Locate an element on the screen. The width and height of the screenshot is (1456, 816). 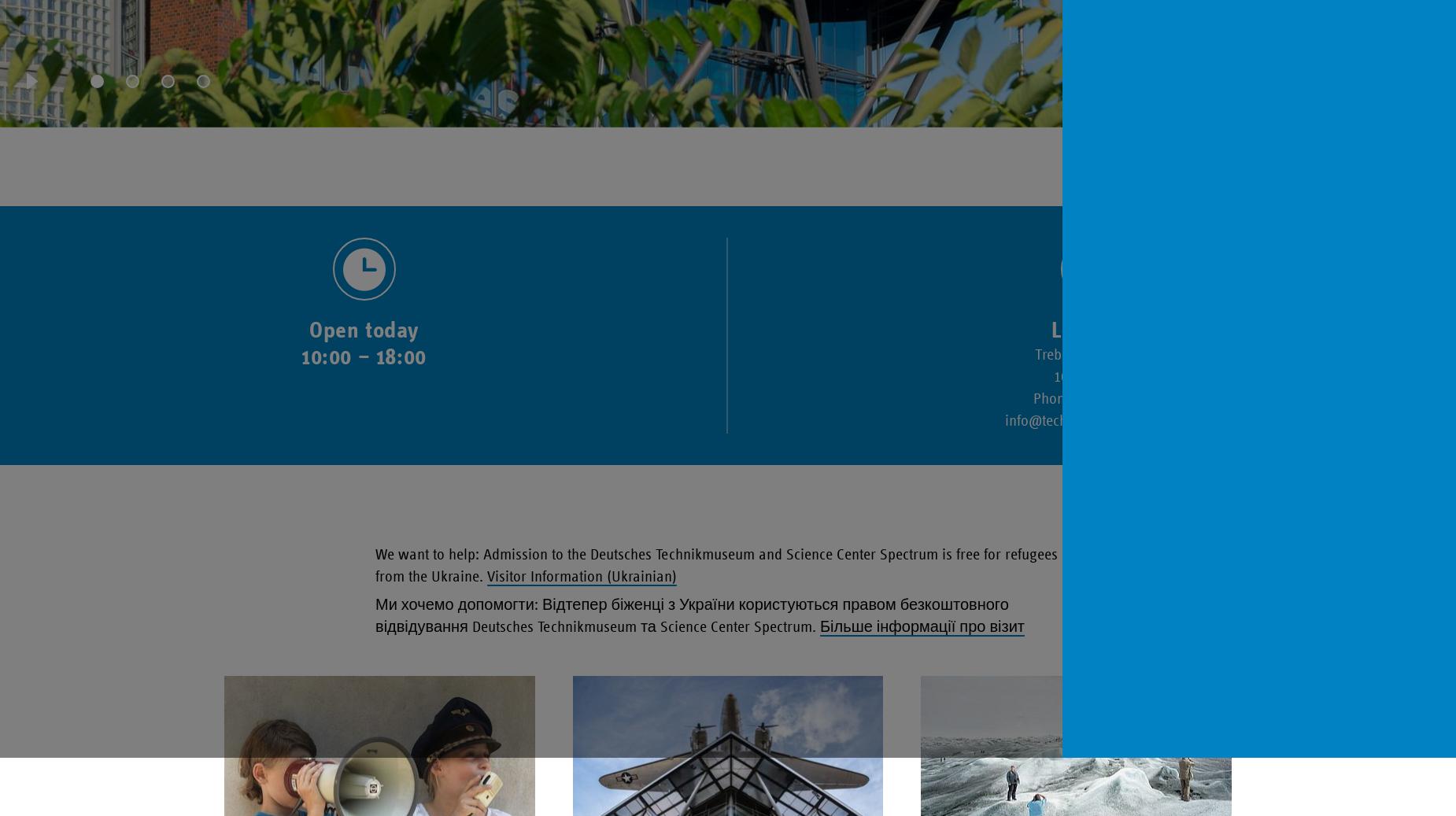
'10963 Berlin' is located at coordinates (1091, 375).